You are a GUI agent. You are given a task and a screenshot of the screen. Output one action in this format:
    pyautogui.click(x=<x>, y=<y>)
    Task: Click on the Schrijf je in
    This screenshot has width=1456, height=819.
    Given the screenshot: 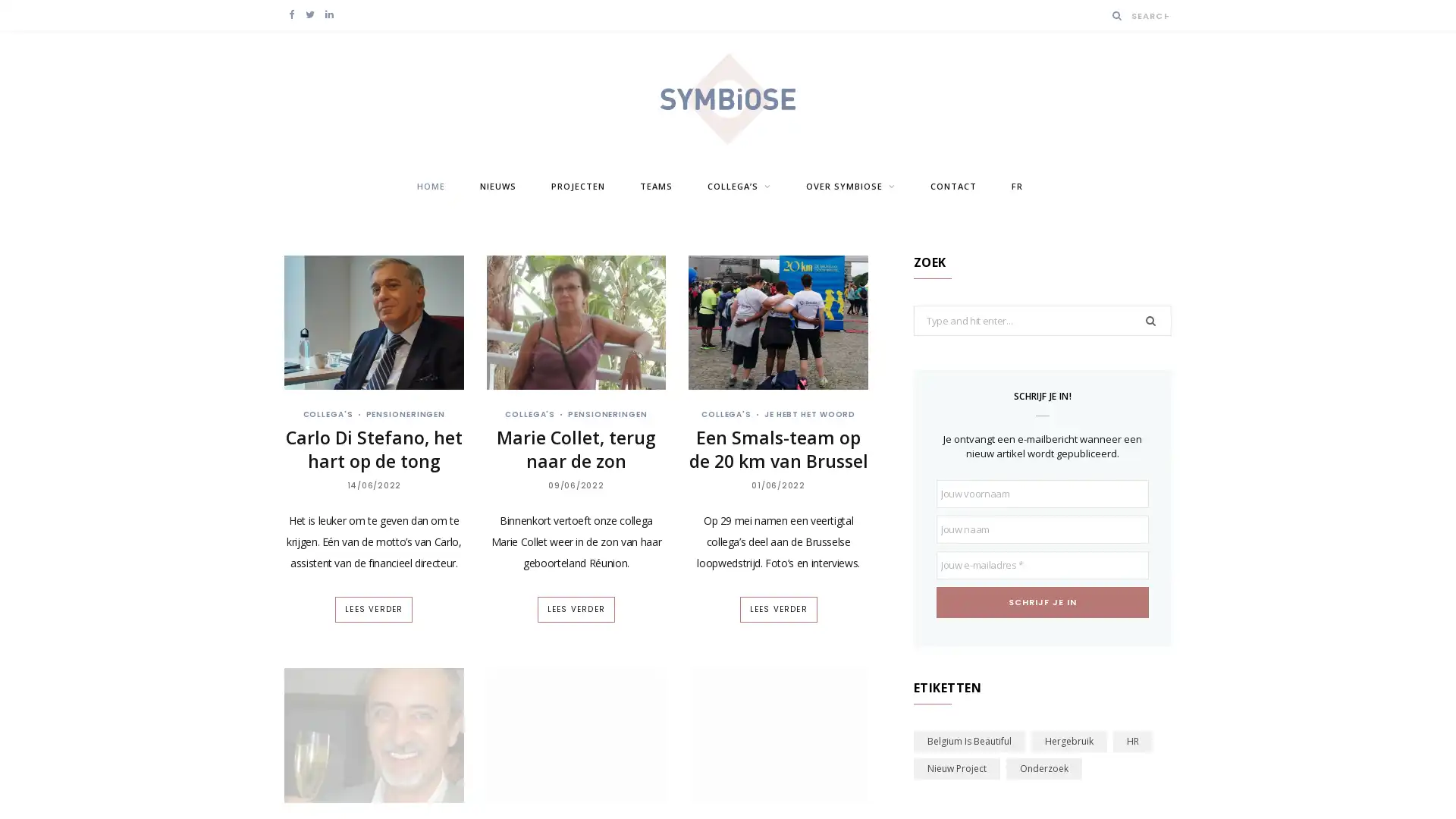 What is the action you would take?
    pyautogui.click(x=1041, y=601)
    